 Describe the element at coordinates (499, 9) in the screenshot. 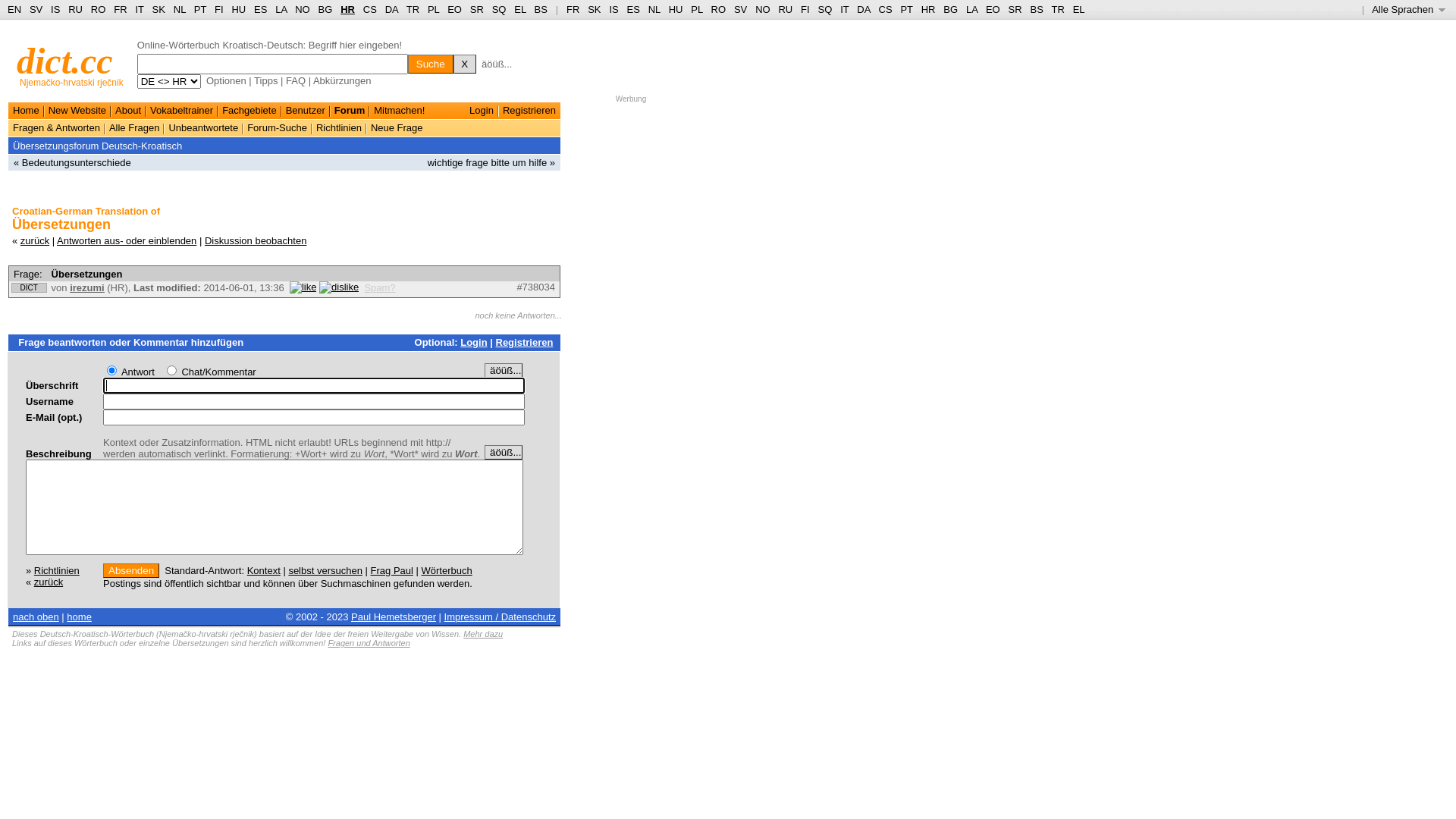

I see `'SQ'` at that location.